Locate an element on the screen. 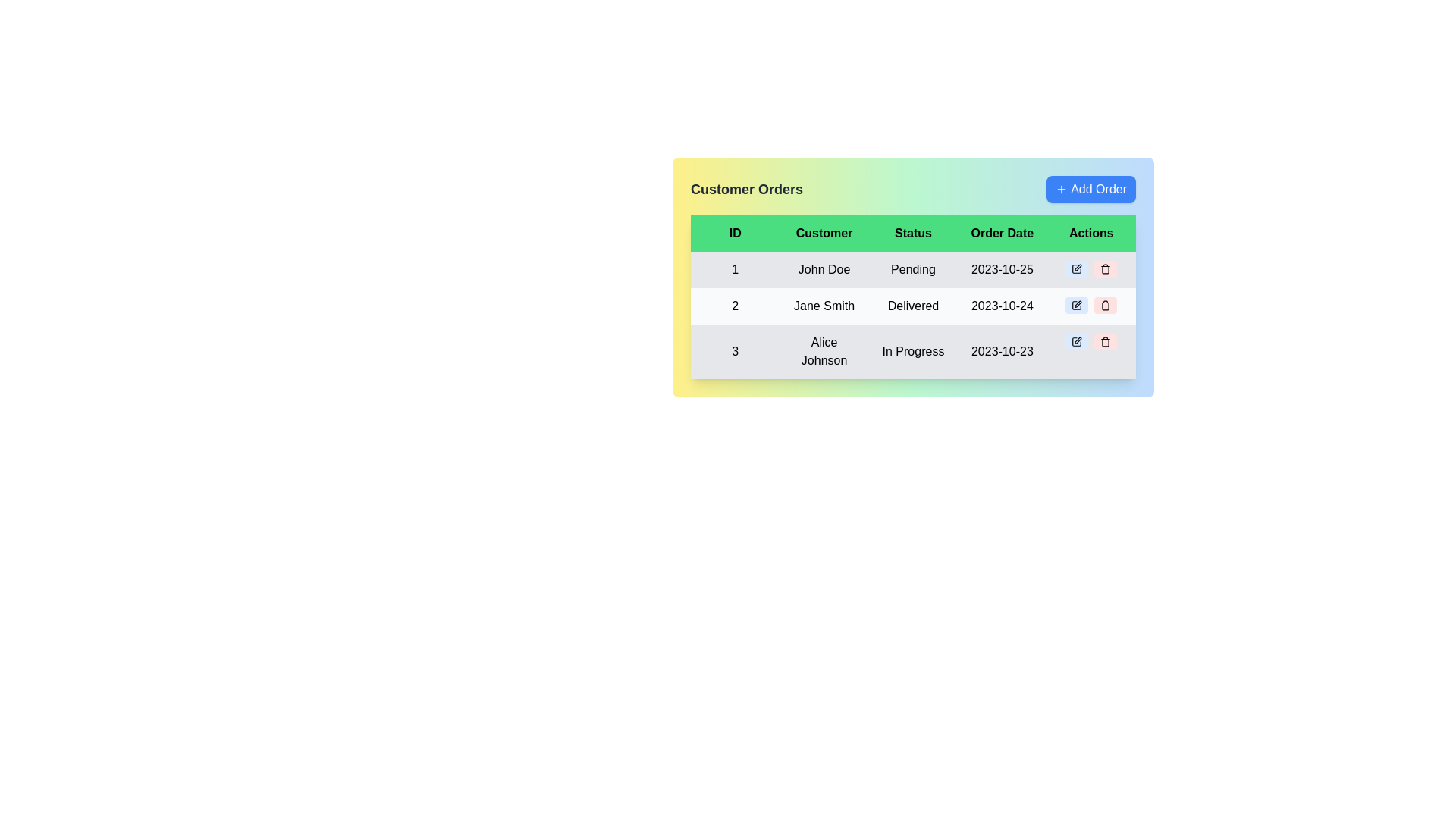 This screenshot has height=819, width=1456. the 'Edit' button located in the 'Actions' column of the first row of the table is located at coordinates (1076, 268).